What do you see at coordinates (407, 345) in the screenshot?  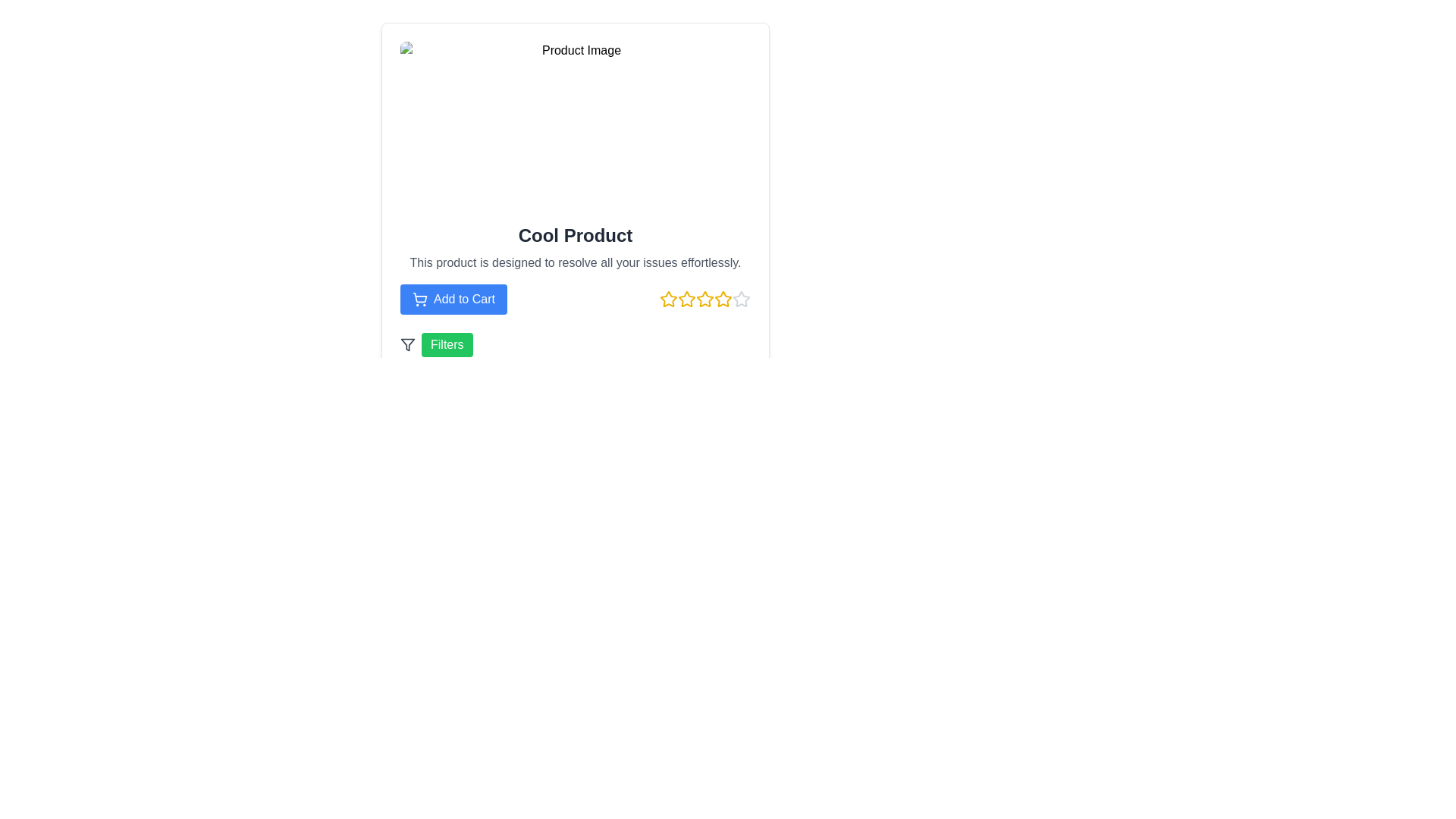 I see `the funnel-shaped icon located within the filter button area, which features a green label with the text 'Filters'` at bounding box center [407, 345].